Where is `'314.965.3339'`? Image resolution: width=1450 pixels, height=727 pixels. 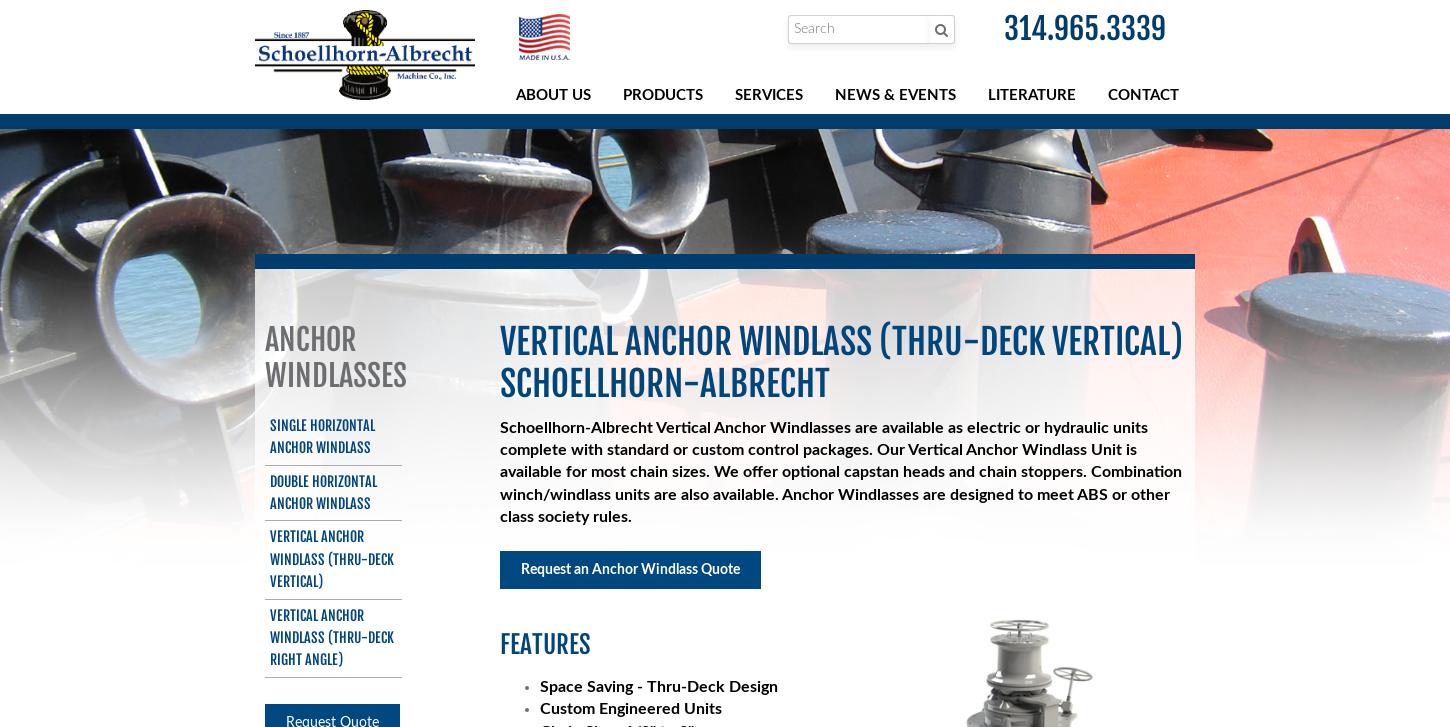
'314.965.3339' is located at coordinates (1085, 28).